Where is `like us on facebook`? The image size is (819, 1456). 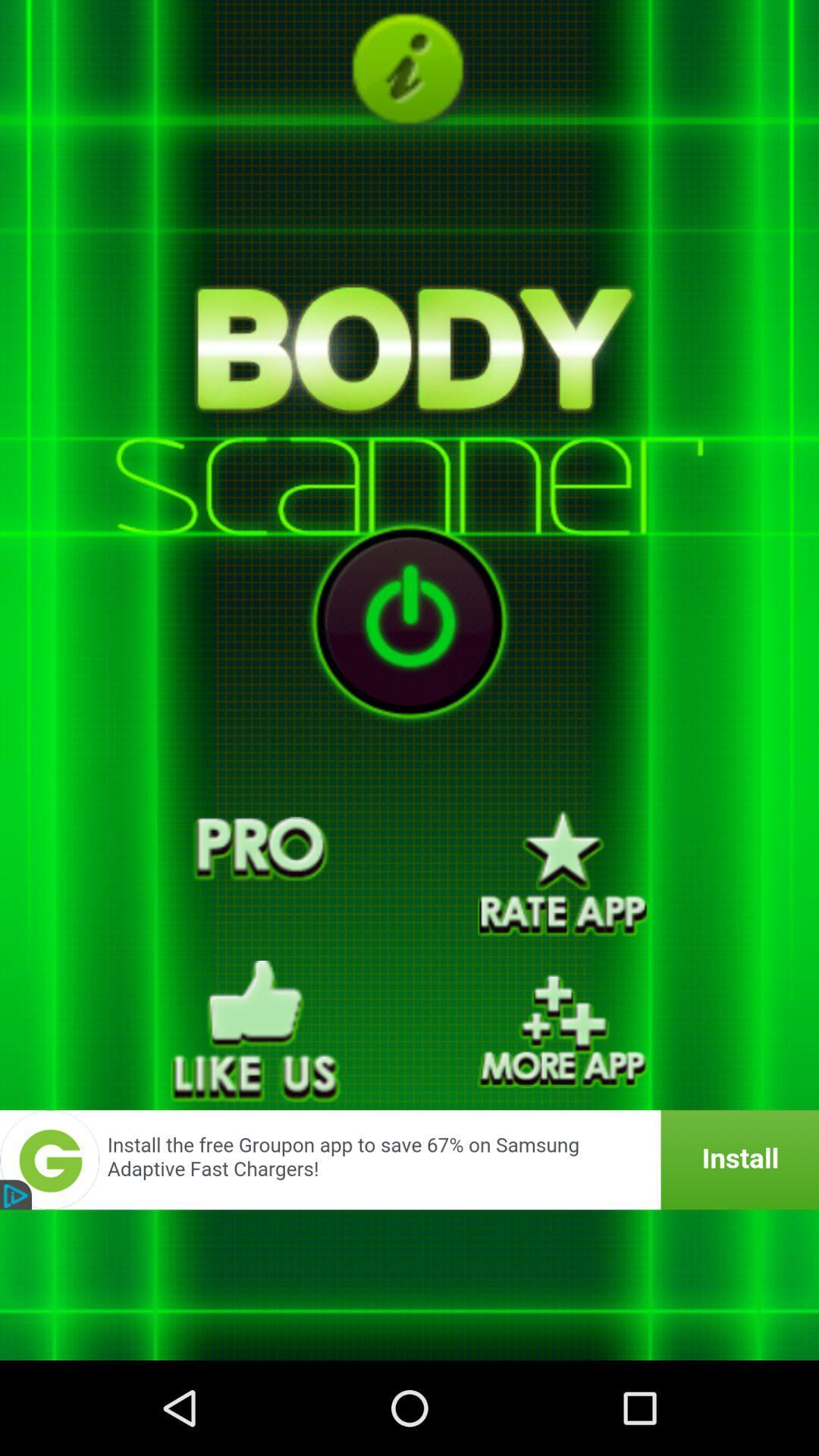
like us on facebook is located at coordinates (255, 1031).